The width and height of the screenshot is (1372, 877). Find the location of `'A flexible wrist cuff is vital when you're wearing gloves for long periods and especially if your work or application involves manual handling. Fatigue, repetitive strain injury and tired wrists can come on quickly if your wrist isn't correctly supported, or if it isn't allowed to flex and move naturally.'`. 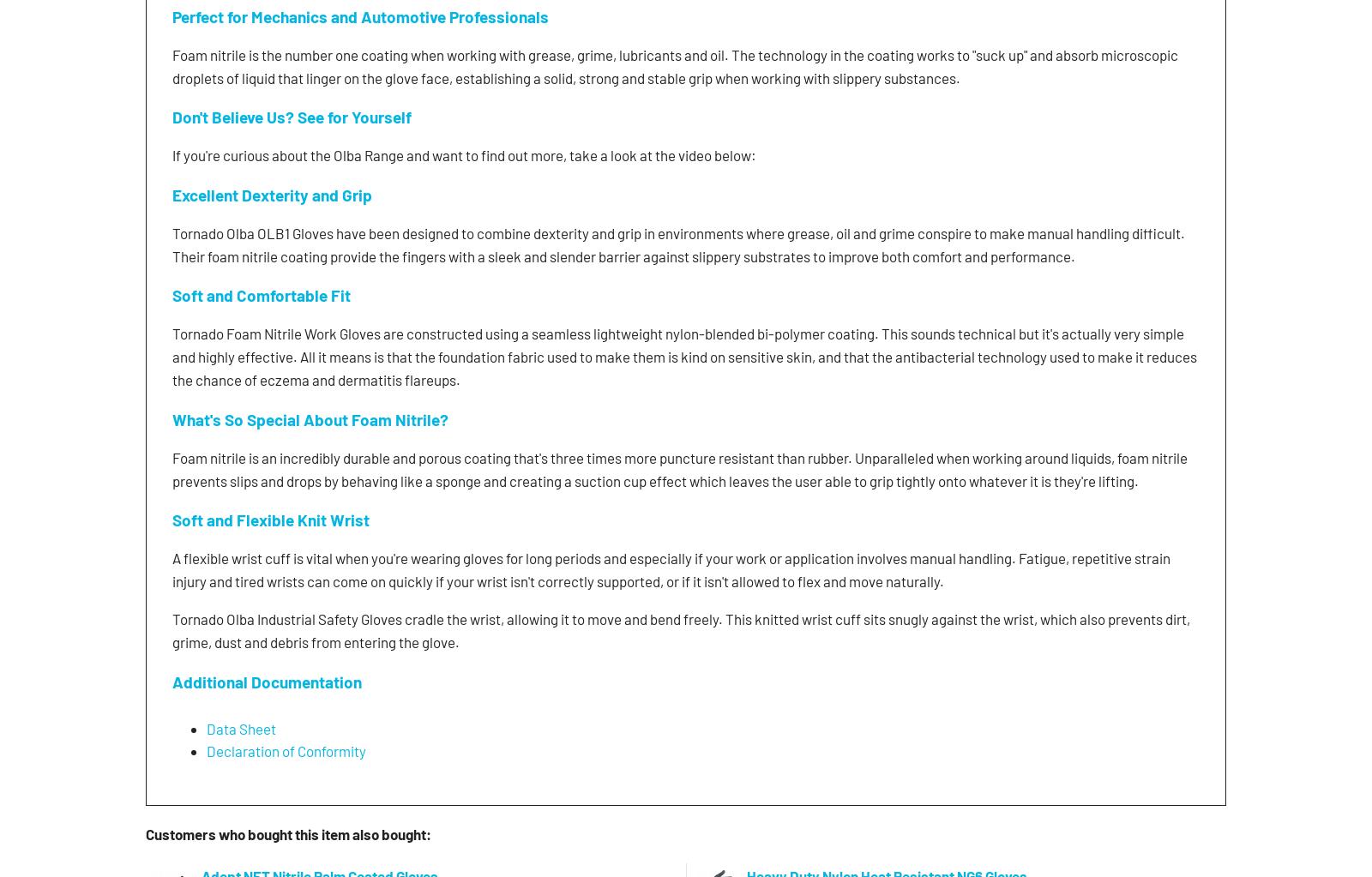

'A flexible wrist cuff is vital when you're wearing gloves for long periods and especially if your work or application involves manual handling. Fatigue, repetitive strain injury and tired wrists can come on quickly if your wrist isn't correctly supported, or if it isn't allowed to flex and move naturally.' is located at coordinates (671, 569).